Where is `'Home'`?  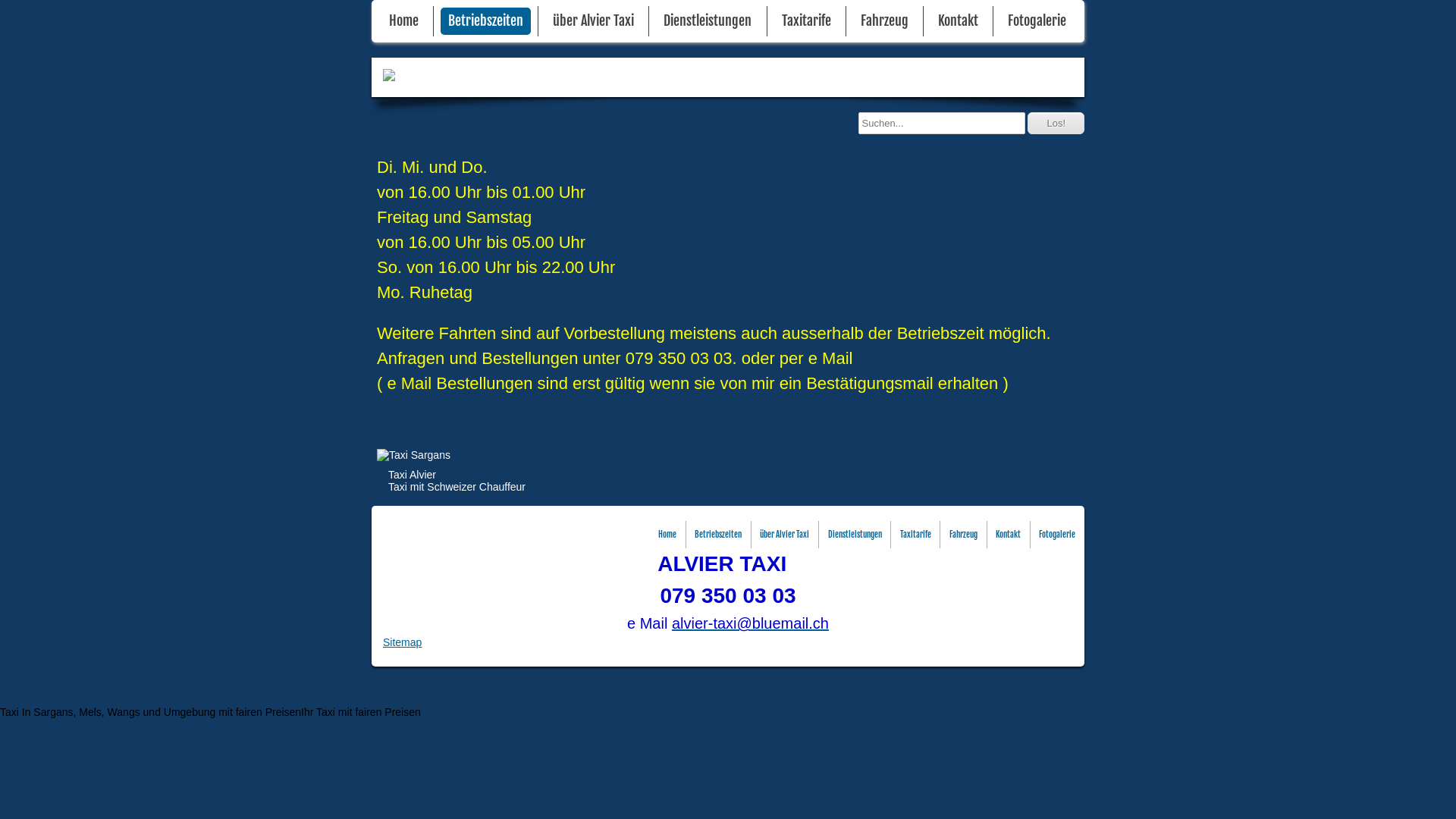 'Home' is located at coordinates (667, 534).